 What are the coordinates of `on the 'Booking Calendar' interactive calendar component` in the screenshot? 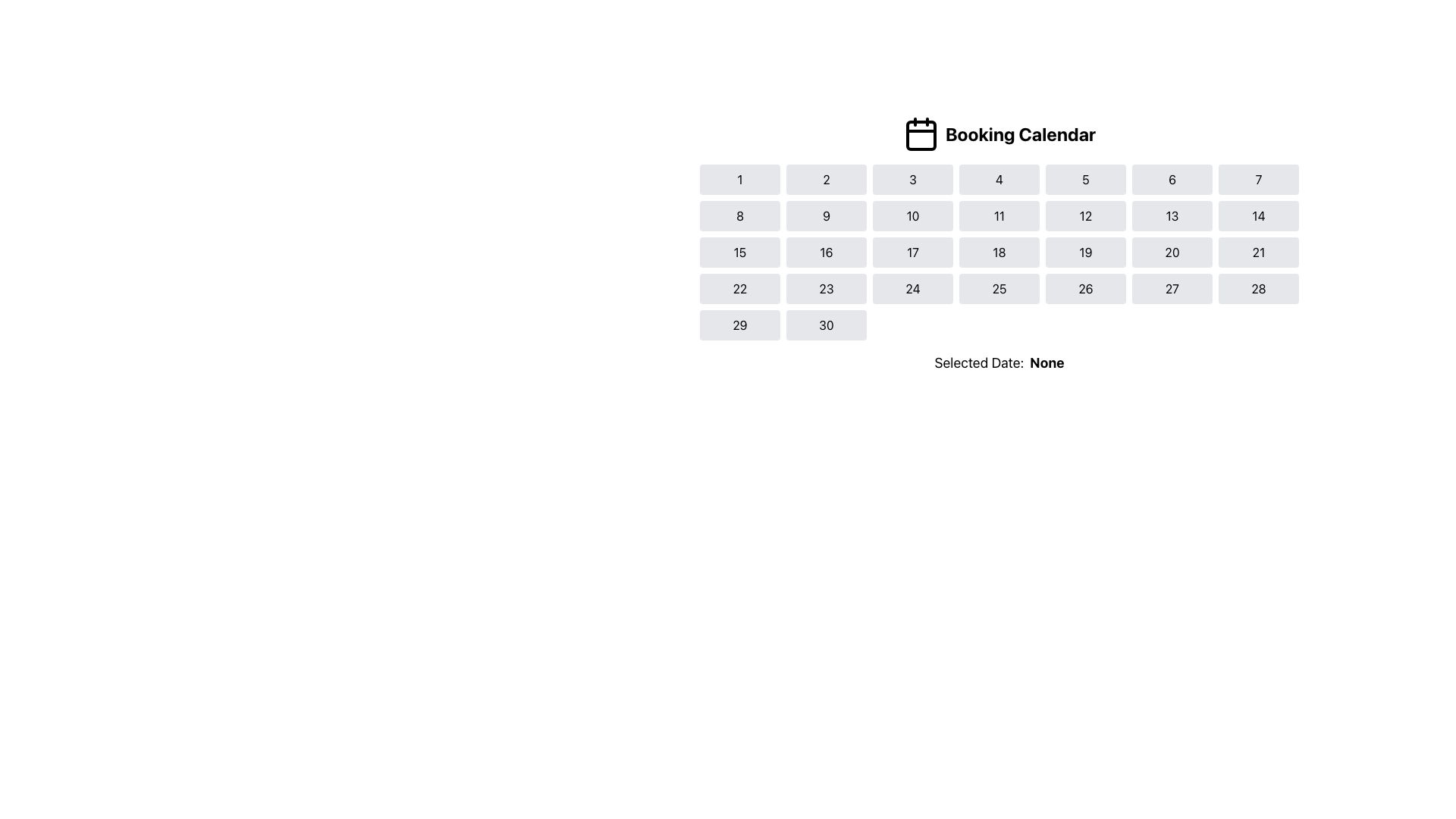 It's located at (999, 244).